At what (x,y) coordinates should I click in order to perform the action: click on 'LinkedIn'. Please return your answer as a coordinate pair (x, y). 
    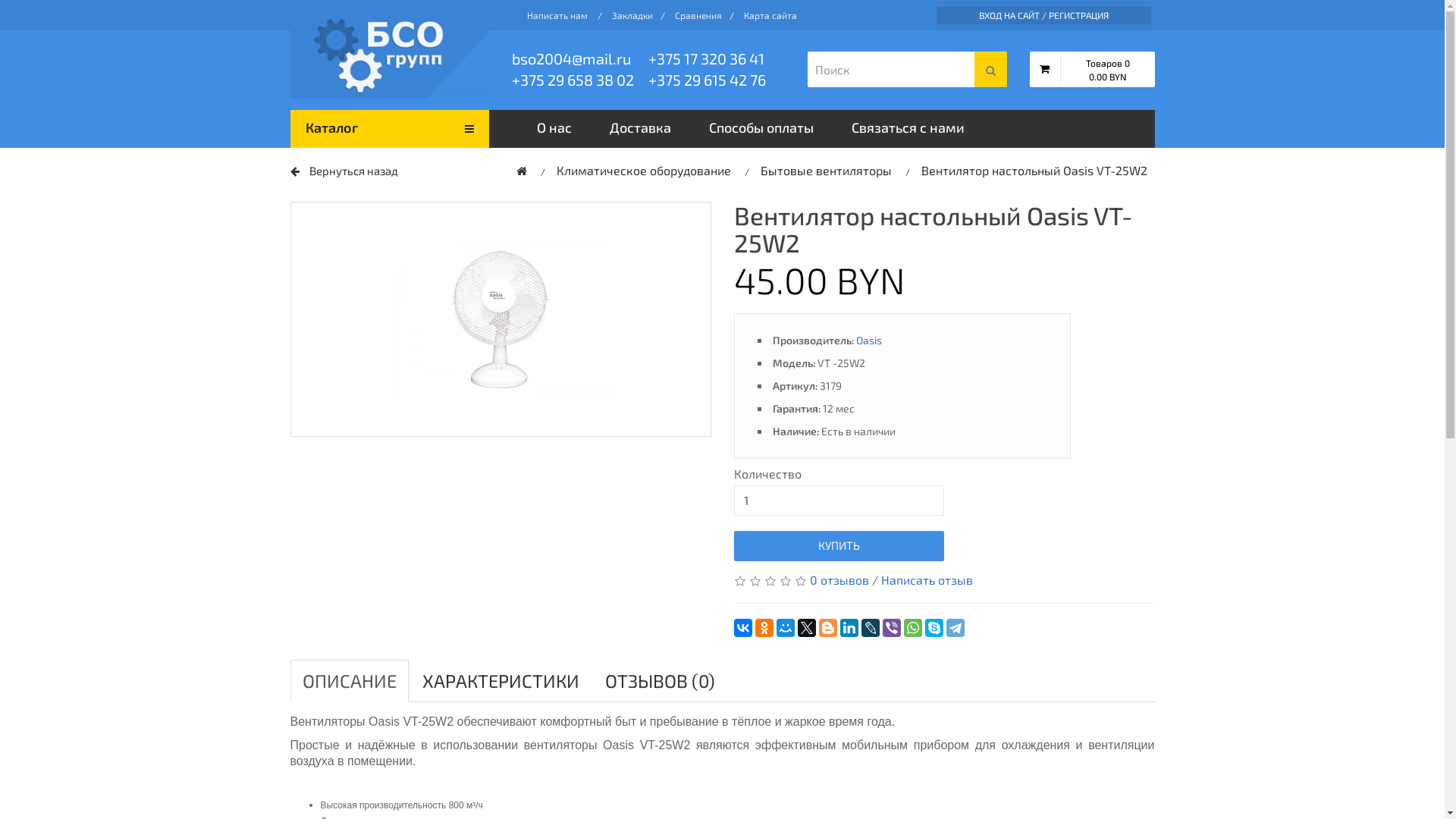
    Looking at the image, I should click on (848, 628).